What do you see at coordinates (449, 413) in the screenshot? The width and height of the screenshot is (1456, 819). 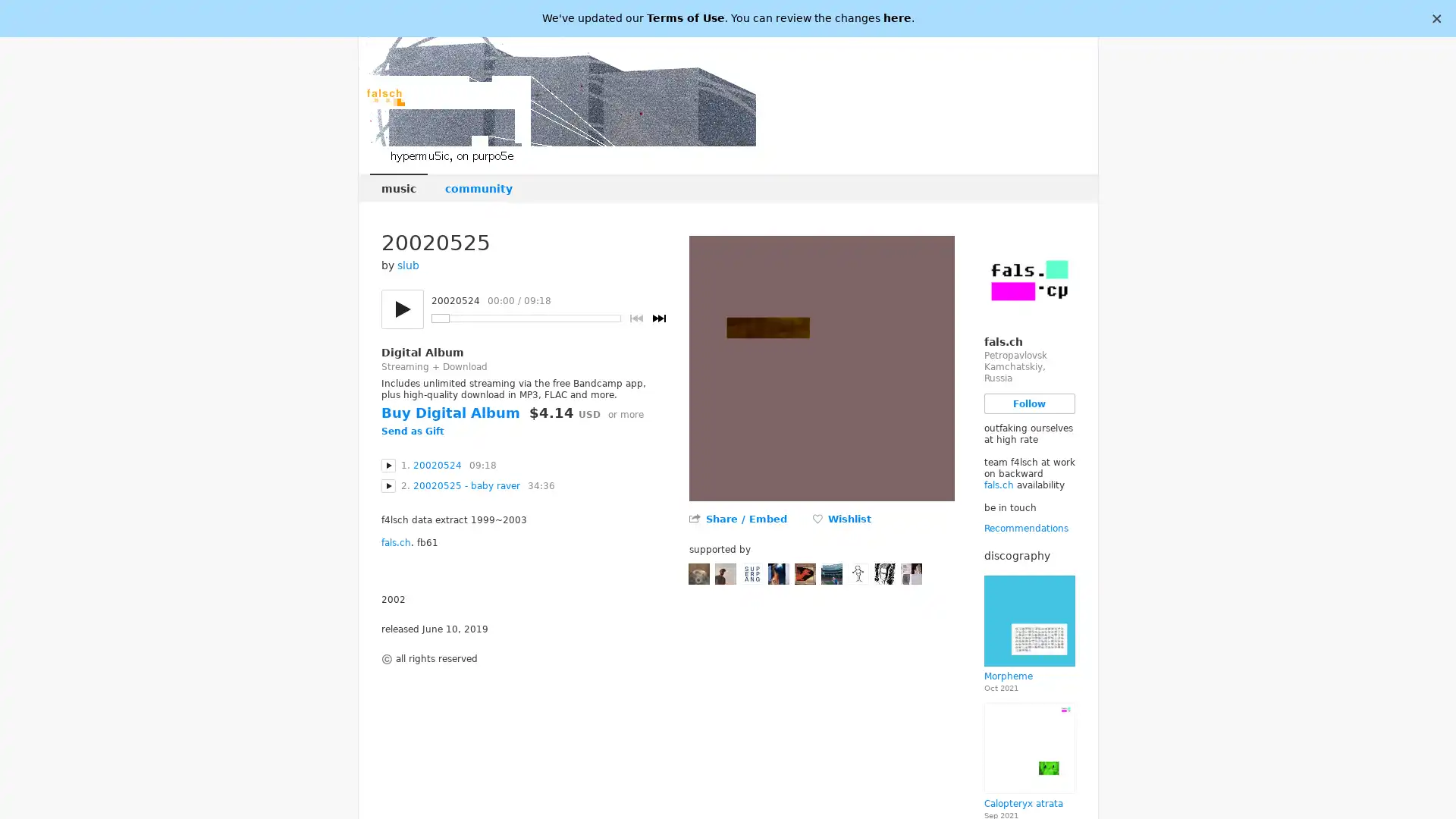 I see `Buy Digital Album` at bounding box center [449, 413].